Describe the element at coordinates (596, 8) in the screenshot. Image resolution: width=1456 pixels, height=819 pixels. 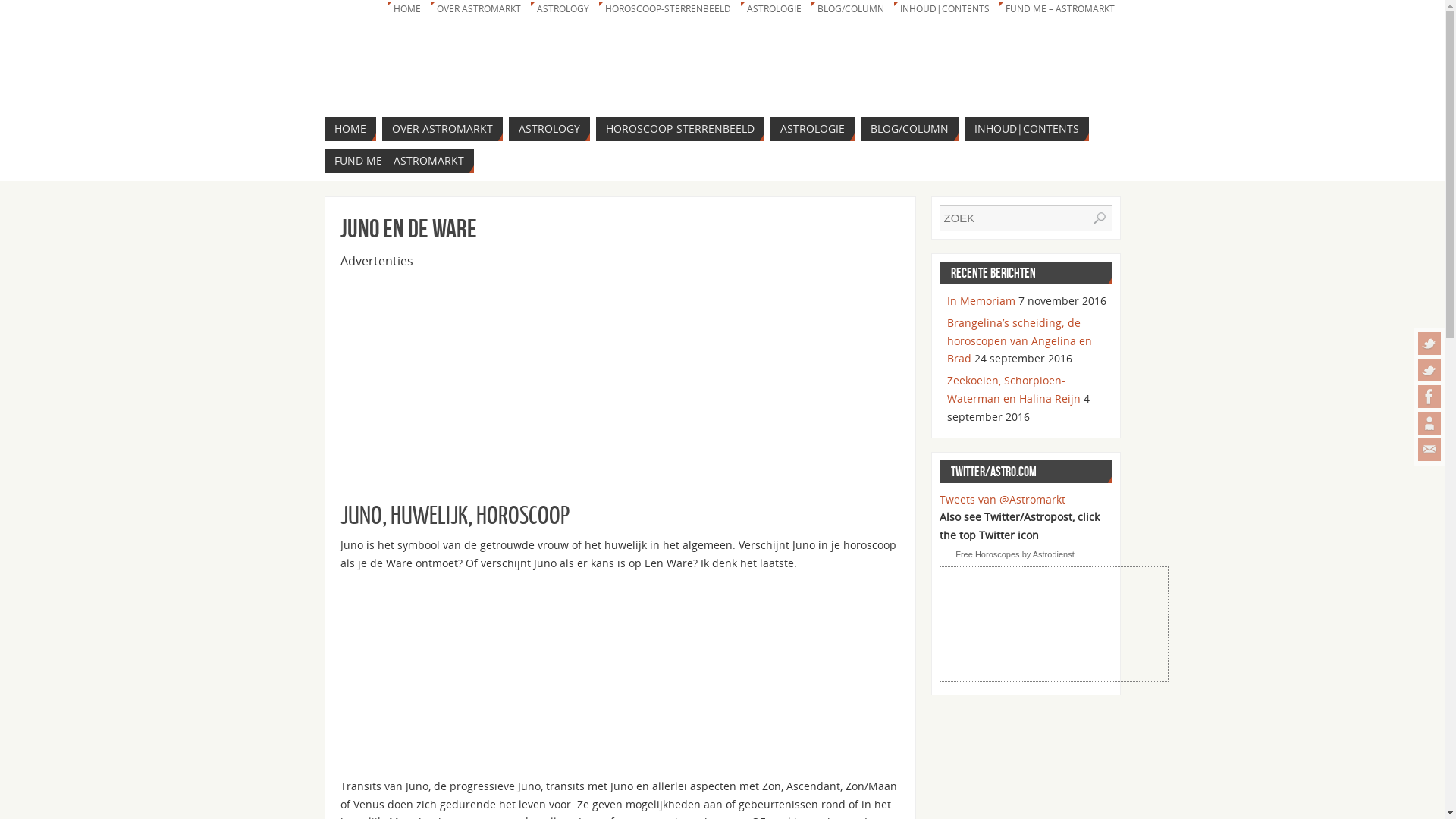
I see `'HOROSCOOP-STERRENBEELD'` at that location.